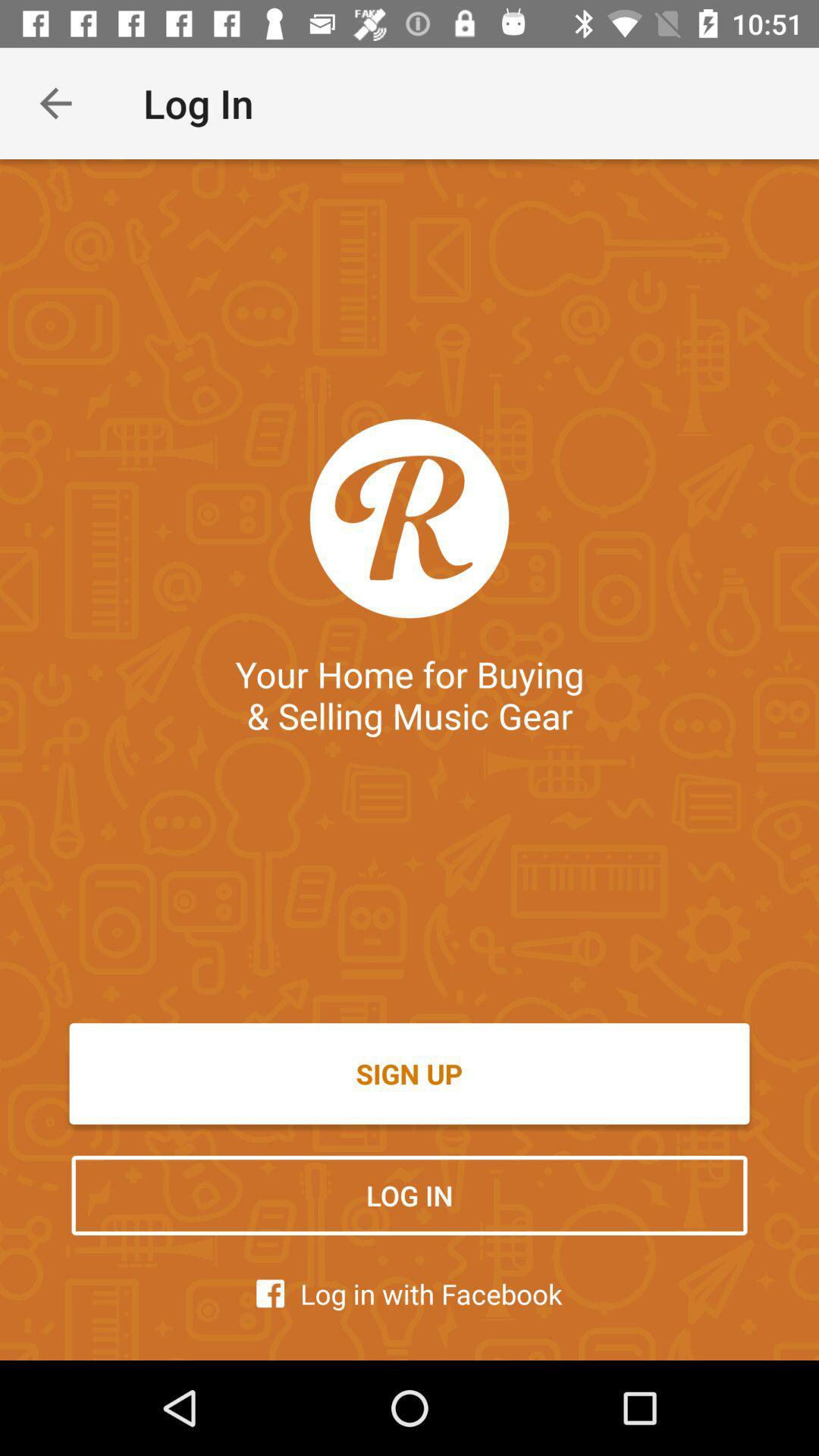 The height and width of the screenshot is (1456, 819). Describe the element at coordinates (55, 102) in the screenshot. I see `item to the left of the log in item` at that location.